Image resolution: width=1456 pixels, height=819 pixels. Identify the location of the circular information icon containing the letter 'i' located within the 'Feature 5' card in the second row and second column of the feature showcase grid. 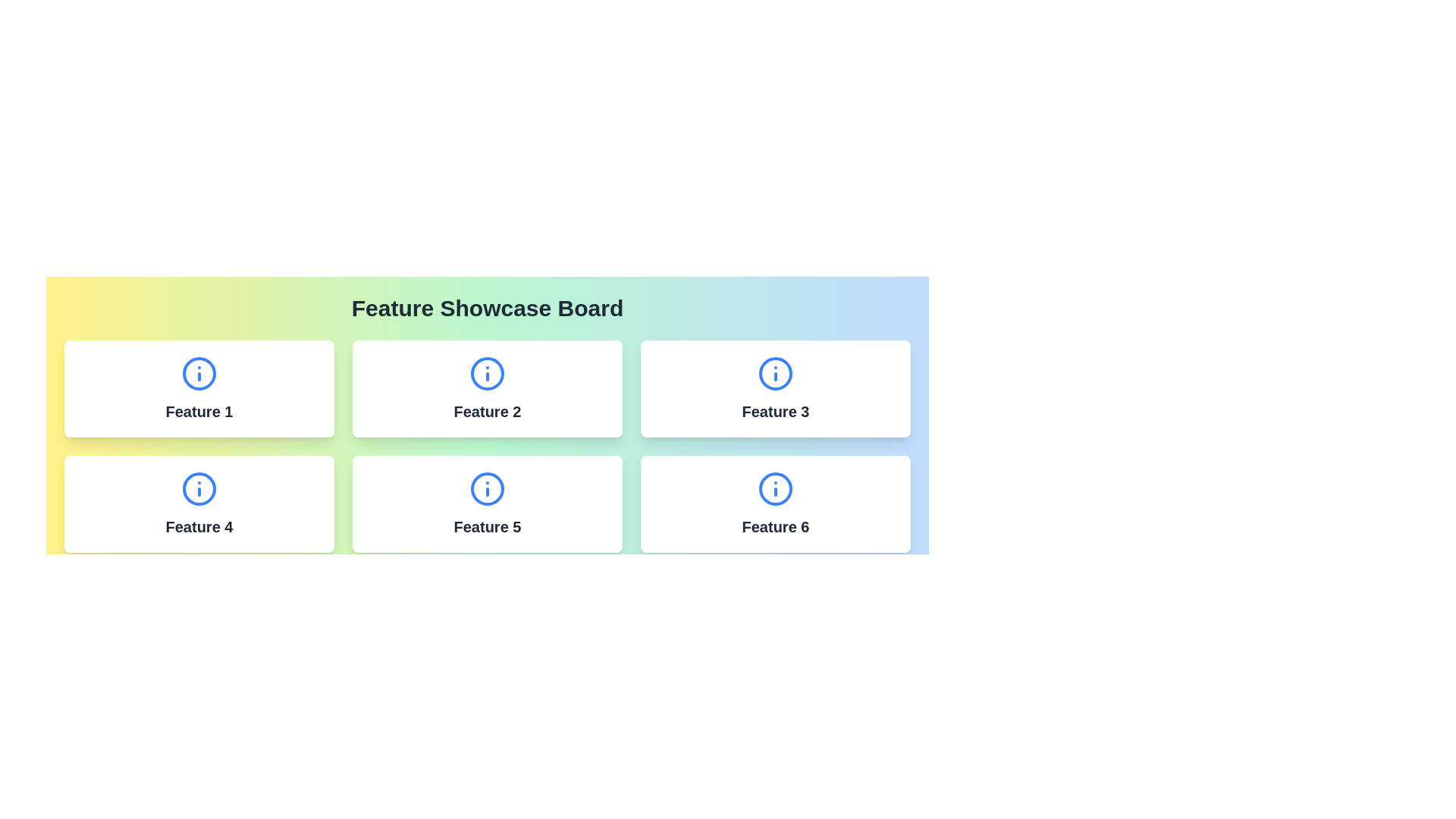
(488, 488).